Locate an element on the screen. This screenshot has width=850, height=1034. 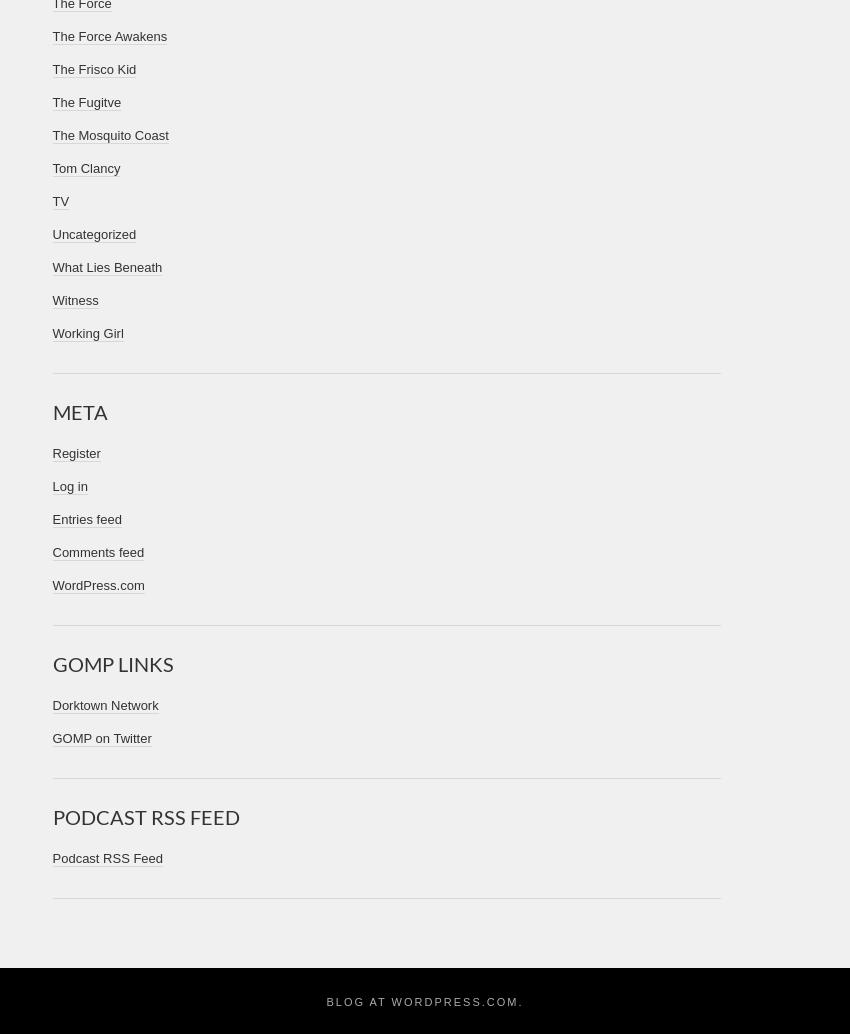
'TV' is located at coordinates (60, 201).